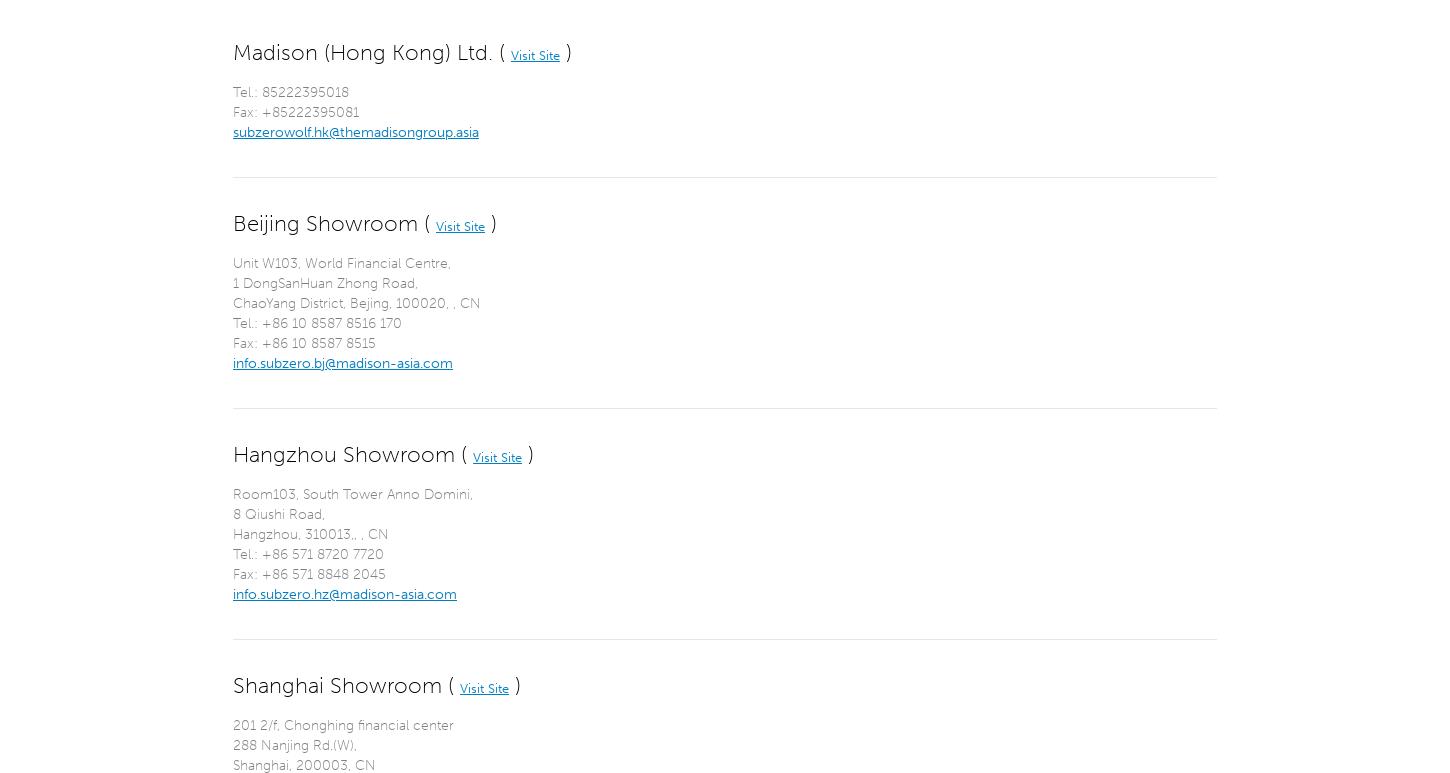 The image size is (1450, 773). What do you see at coordinates (294, 744) in the screenshot?
I see `'288 Nanjing Rd.(W),'` at bounding box center [294, 744].